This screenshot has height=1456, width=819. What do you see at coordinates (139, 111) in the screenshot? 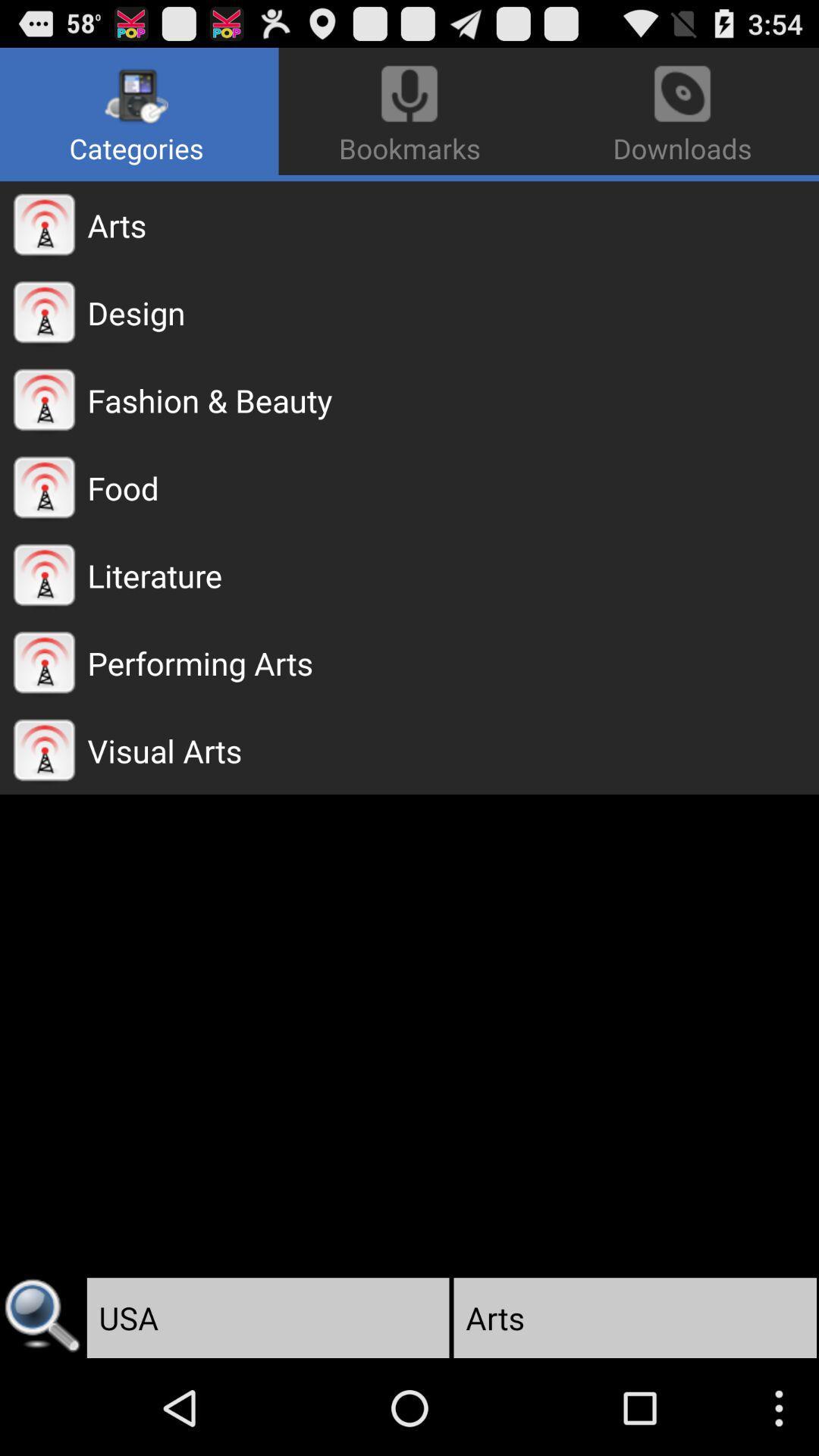
I see `the icon to the left of the downloads app` at bounding box center [139, 111].